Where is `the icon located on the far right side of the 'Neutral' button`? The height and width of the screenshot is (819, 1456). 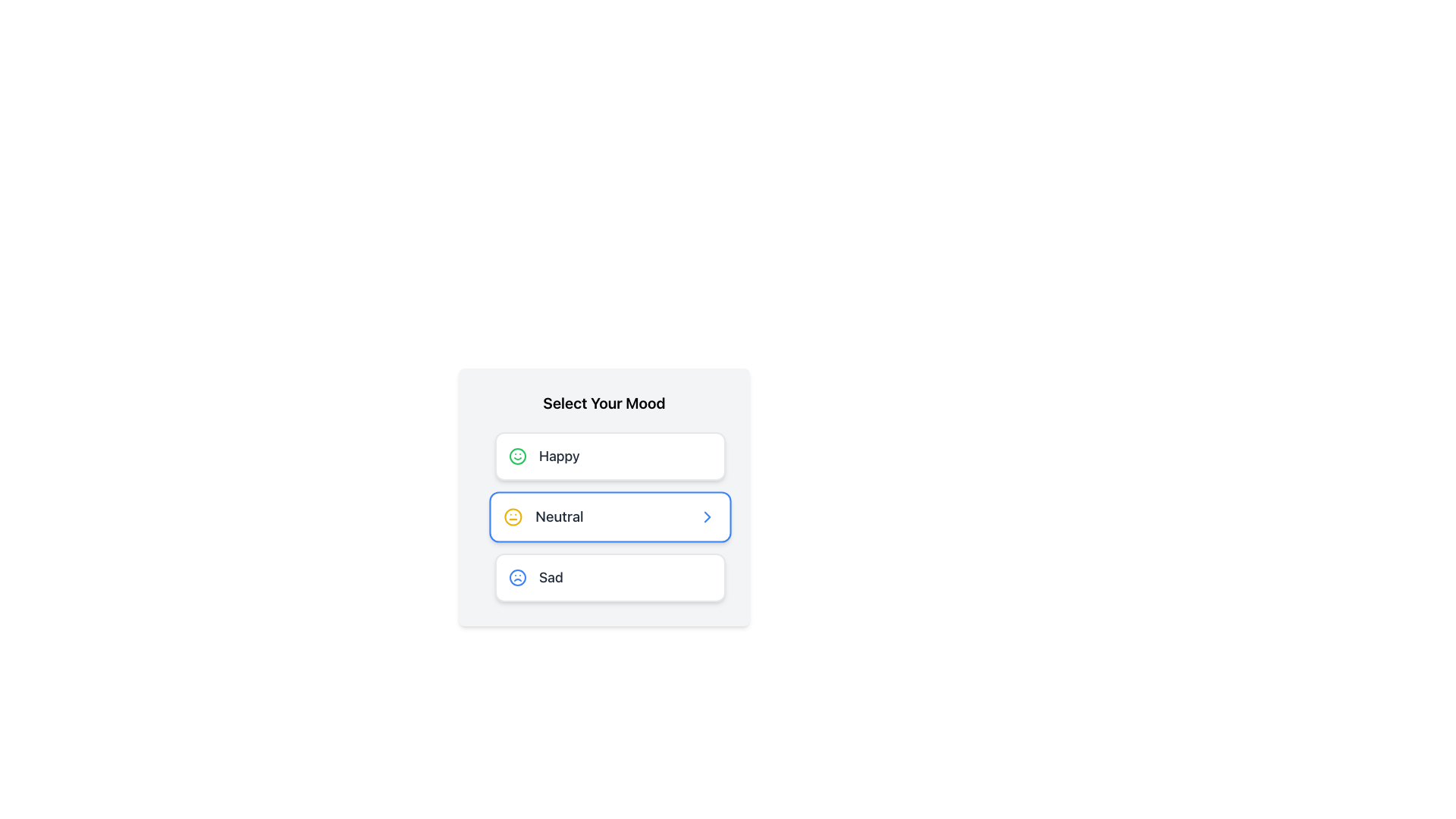 the icon located on the far right side of the 'Neutral' button is located at coordinates (707, 516).